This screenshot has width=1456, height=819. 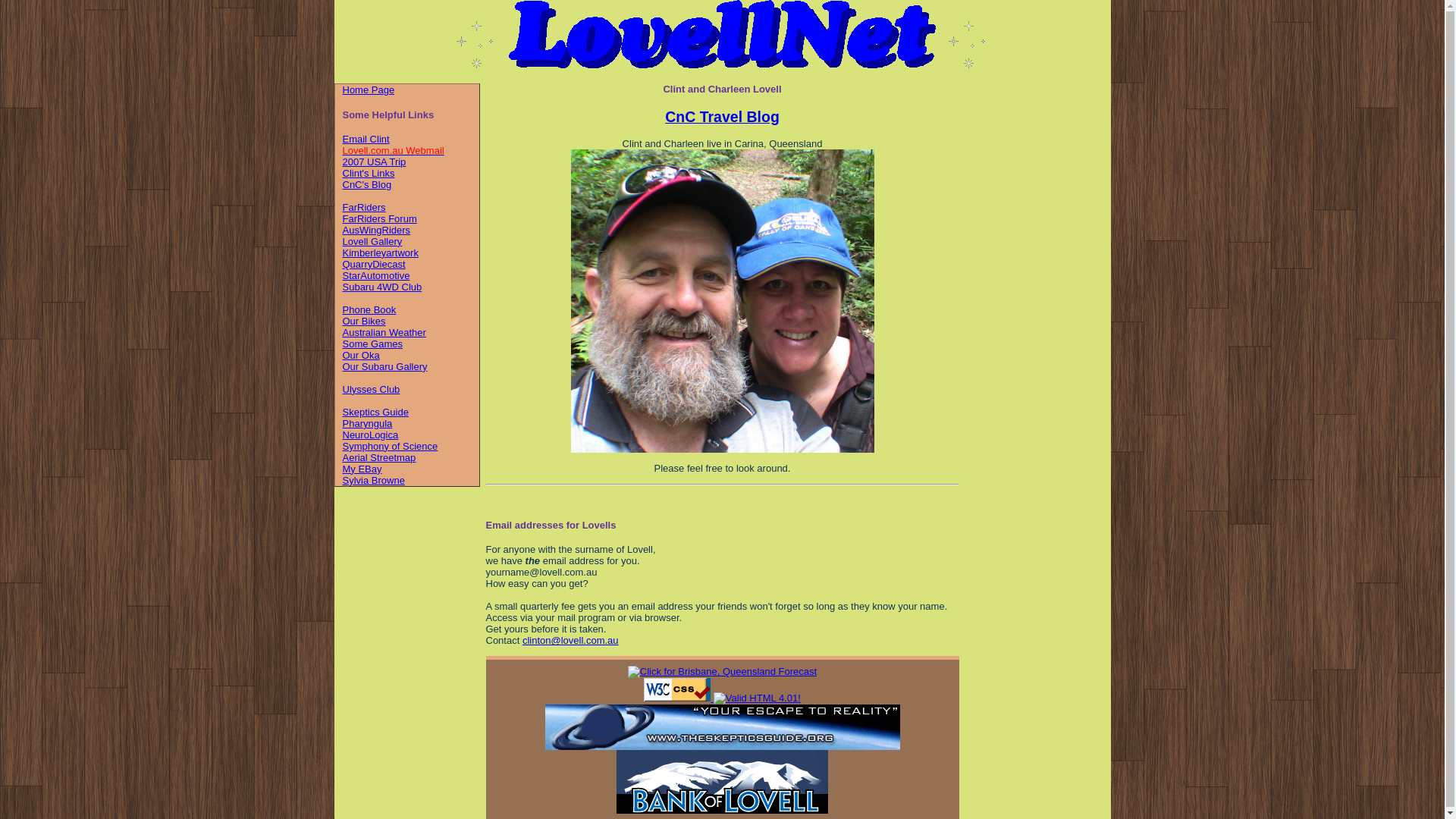 I want to click on 'Lovell.com.au Webmail', so click(x=393, y=150).